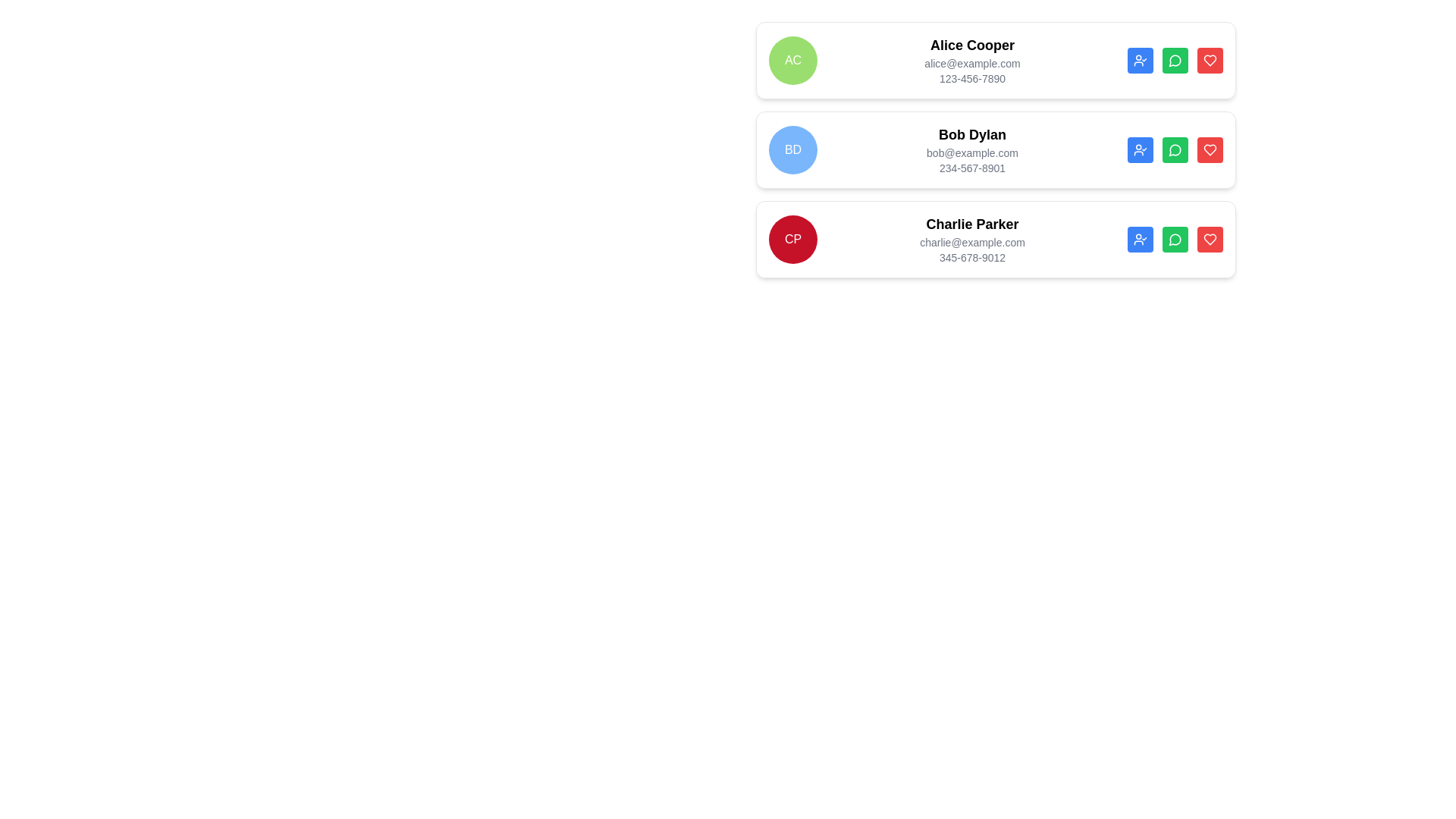 This screenshot has height=819, width=1456. Describe the element at coordinates (1175, 239) in the screenshot. I see `the green button with rounded edges and a white speech bubble icon located at the bottom of the contact information cards for 'Charlie Parker'` at that location.